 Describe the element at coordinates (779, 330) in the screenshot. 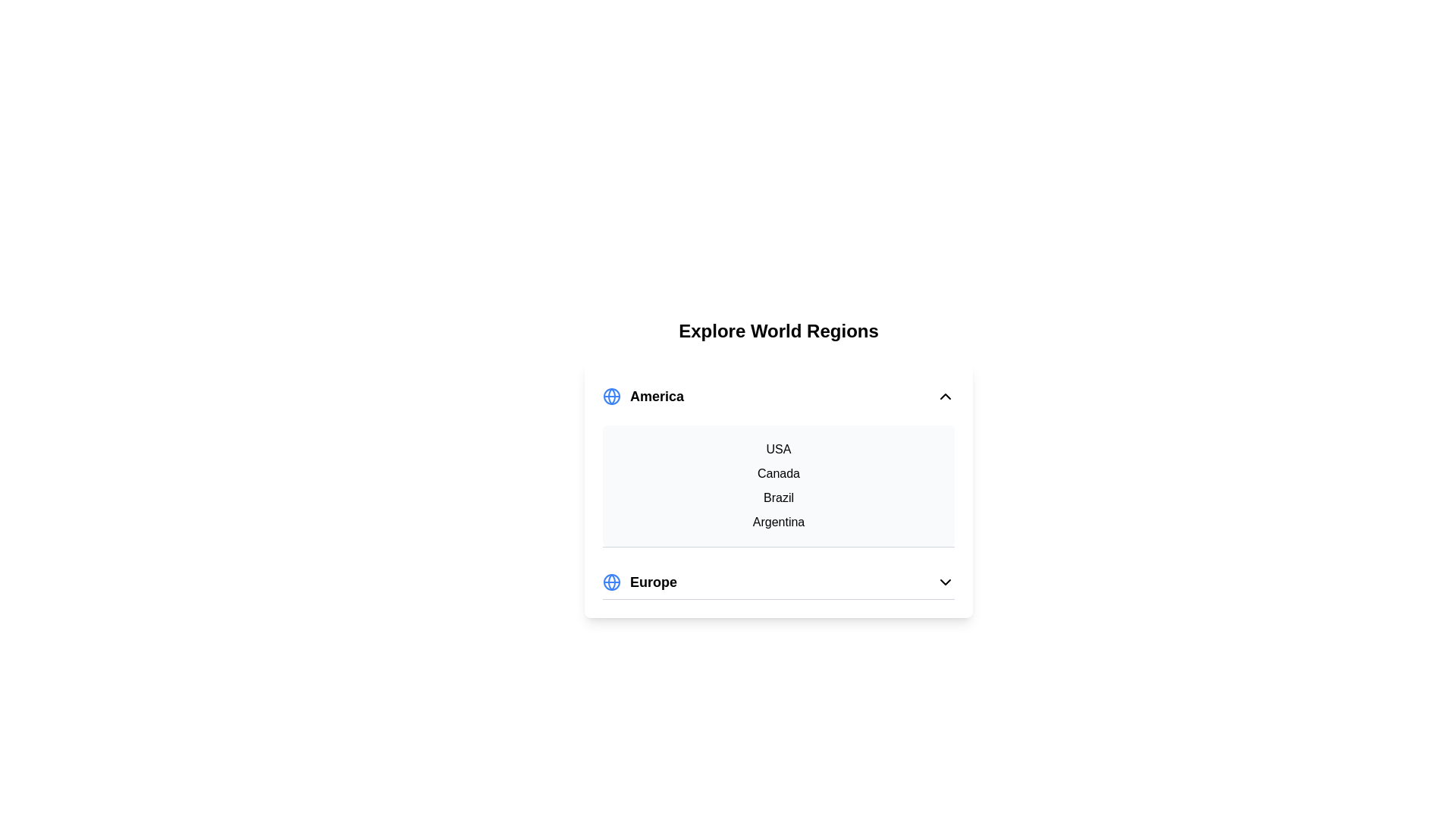

I see `the header text 'Explore World Regions'` at that location.